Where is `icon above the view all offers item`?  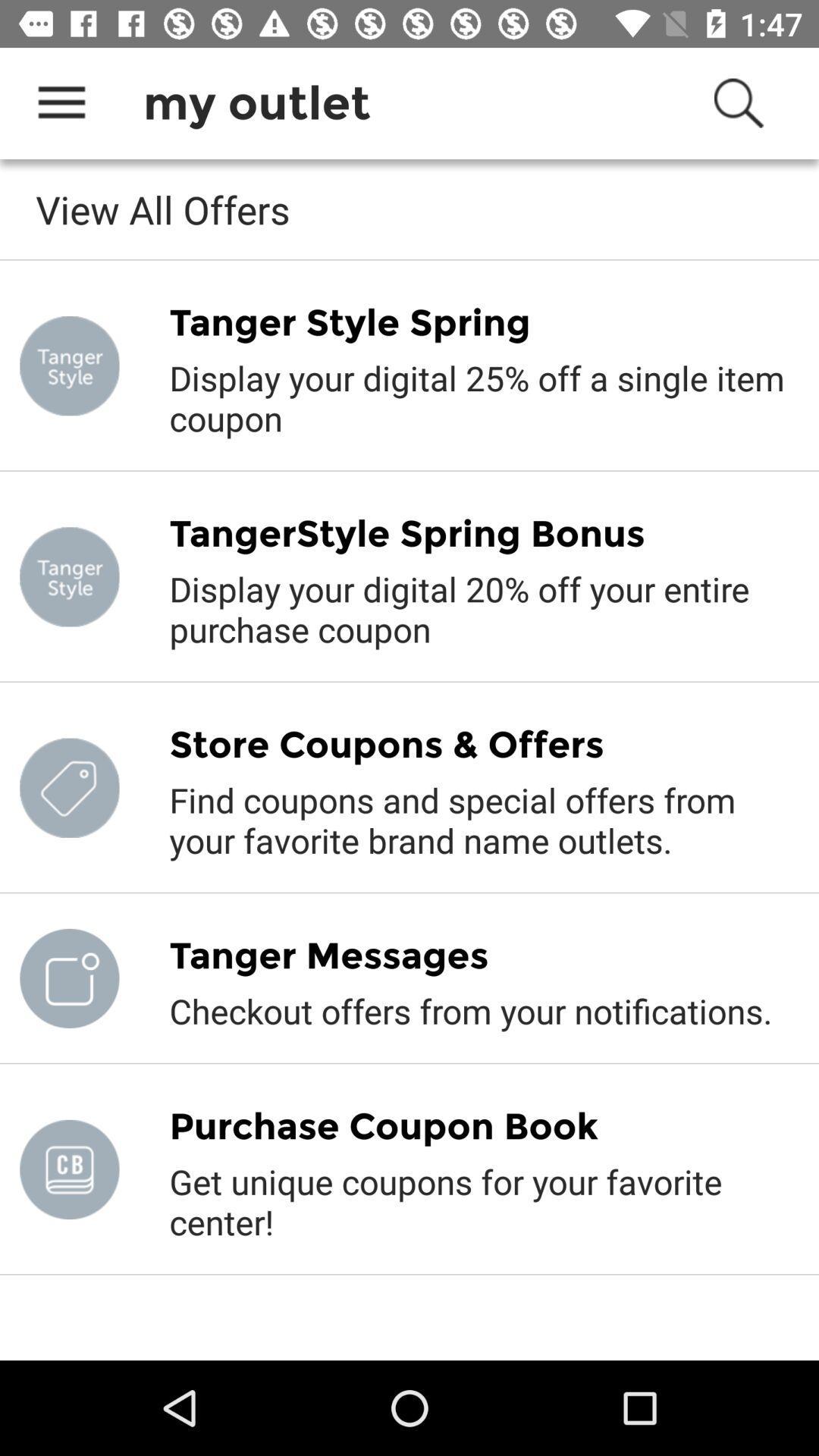 icon above the view all offers item is located at coordinates (61, 102).